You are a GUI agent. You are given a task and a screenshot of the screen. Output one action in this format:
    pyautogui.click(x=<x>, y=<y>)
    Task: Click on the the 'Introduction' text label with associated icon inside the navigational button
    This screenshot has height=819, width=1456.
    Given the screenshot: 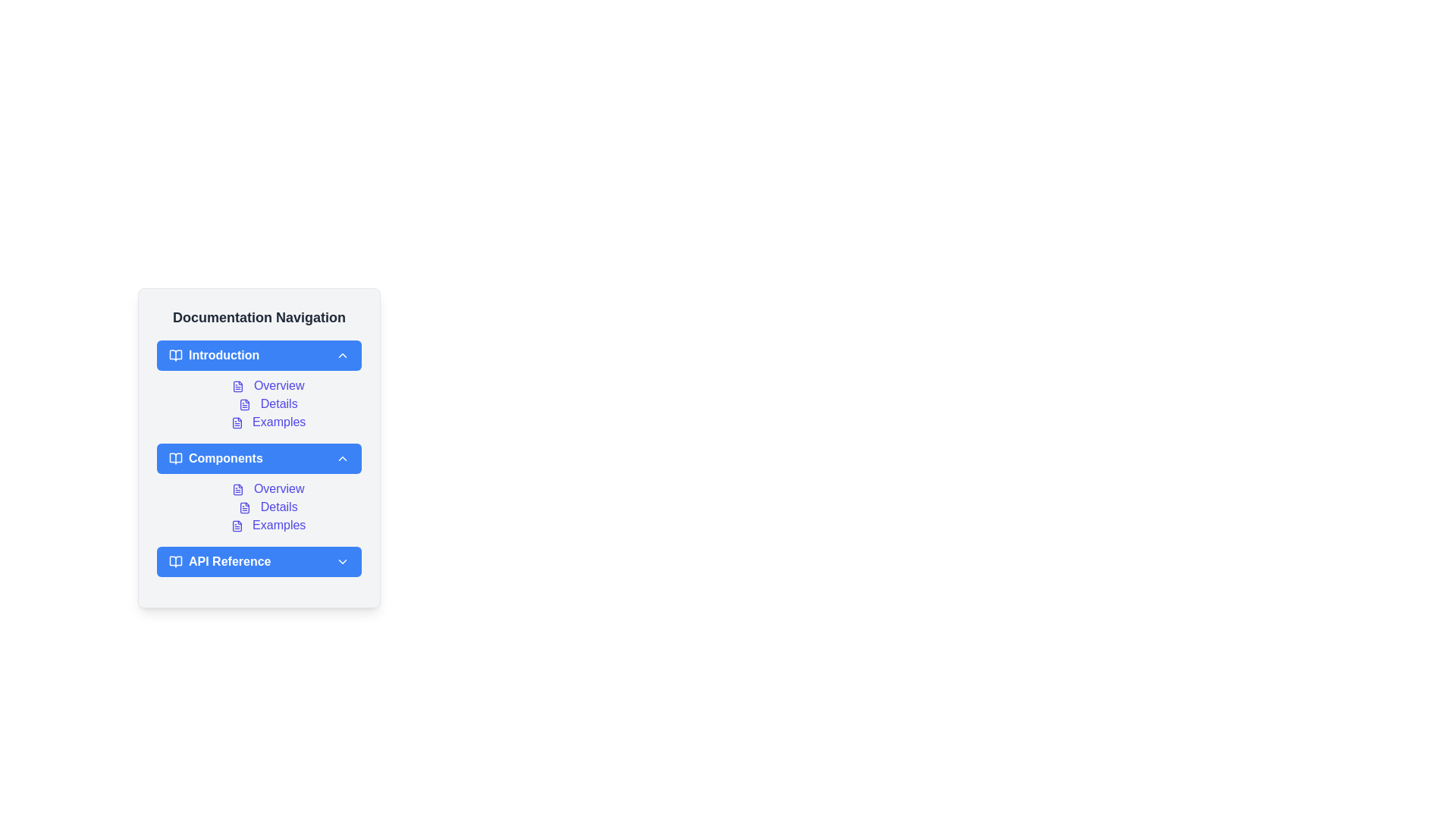 What is the action you would take?
    pyautogui.click(x=213, y=356)
    